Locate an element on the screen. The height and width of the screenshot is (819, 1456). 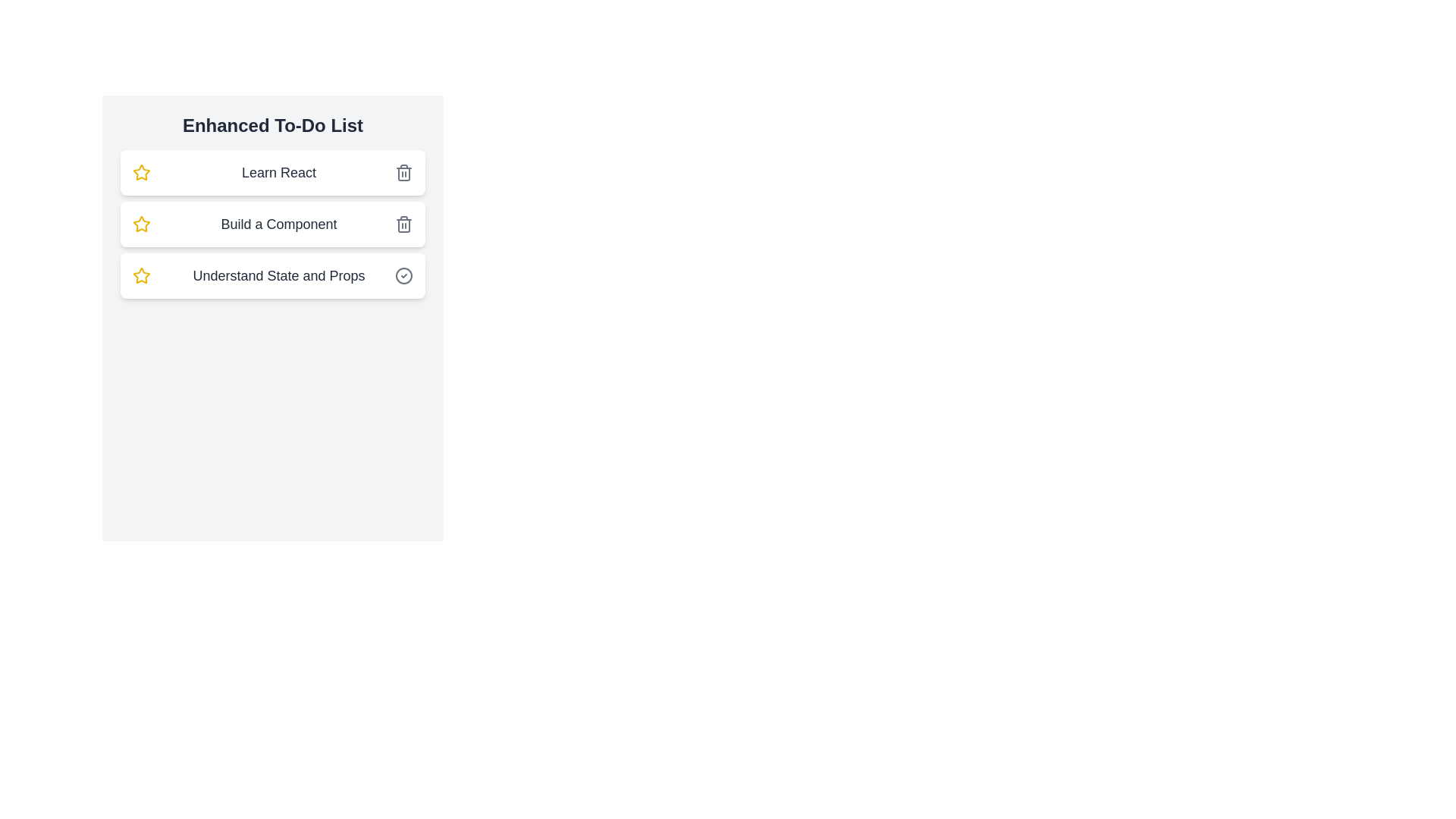
the interactive confirmation icon located on the far right side of the card labeled 'Understand State and Props' in the third row of the list is located at coordinates (403, 275).